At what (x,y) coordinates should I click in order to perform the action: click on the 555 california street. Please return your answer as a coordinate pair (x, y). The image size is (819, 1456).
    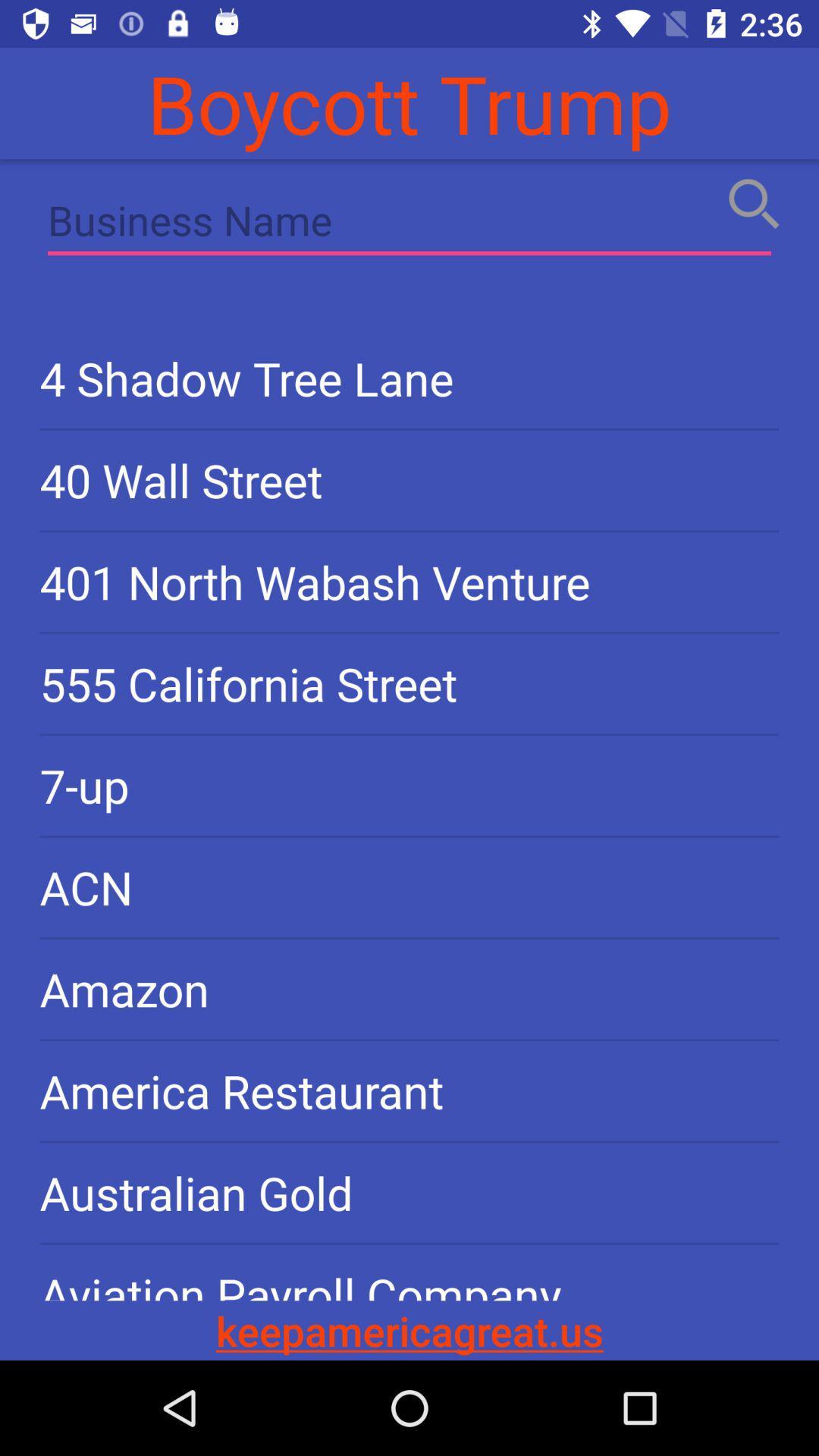
    Looking at the image, I should click on (409, 682).